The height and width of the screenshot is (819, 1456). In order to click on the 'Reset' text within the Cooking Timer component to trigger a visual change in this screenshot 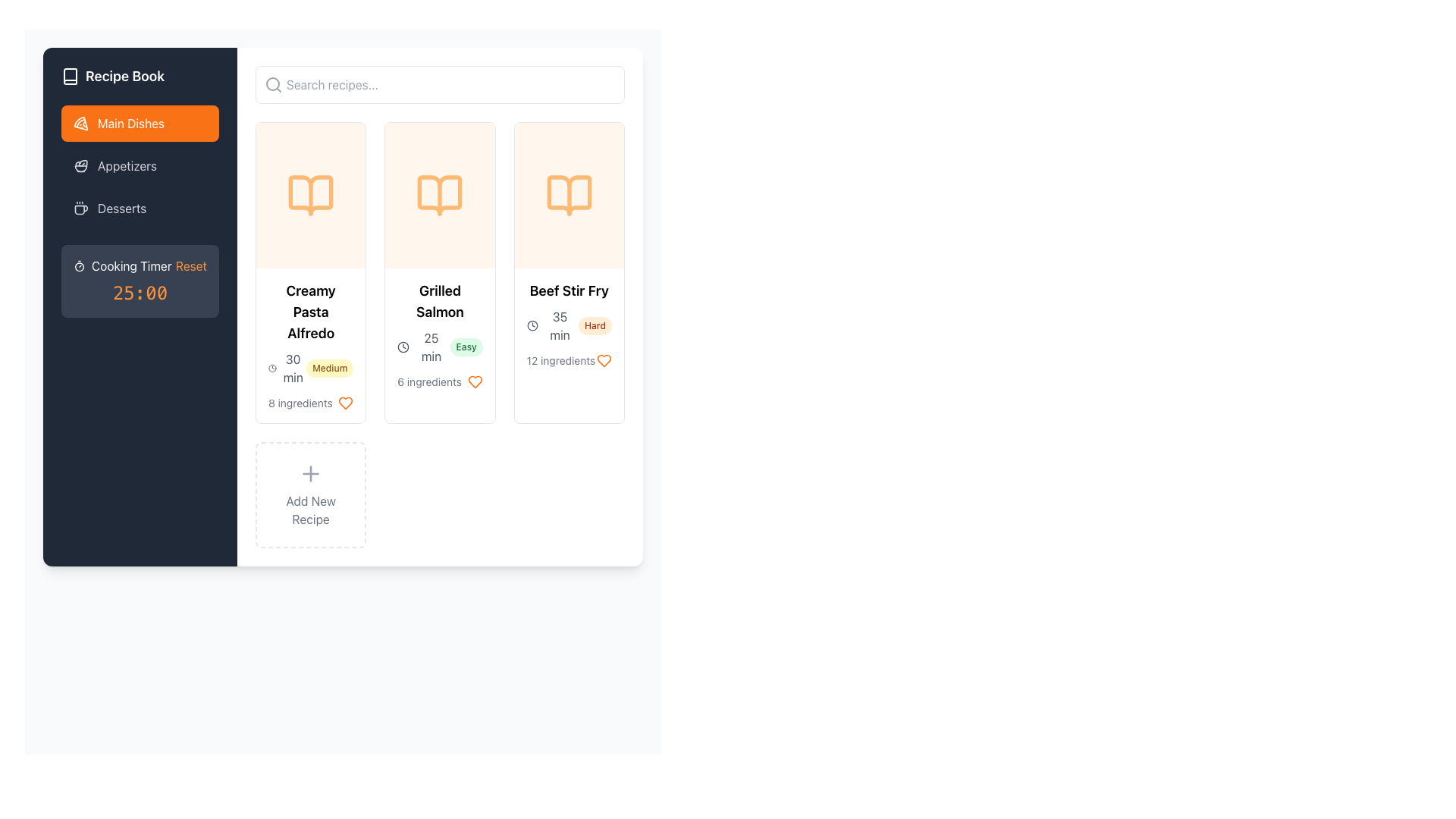, I will do `click(140, 281)`.